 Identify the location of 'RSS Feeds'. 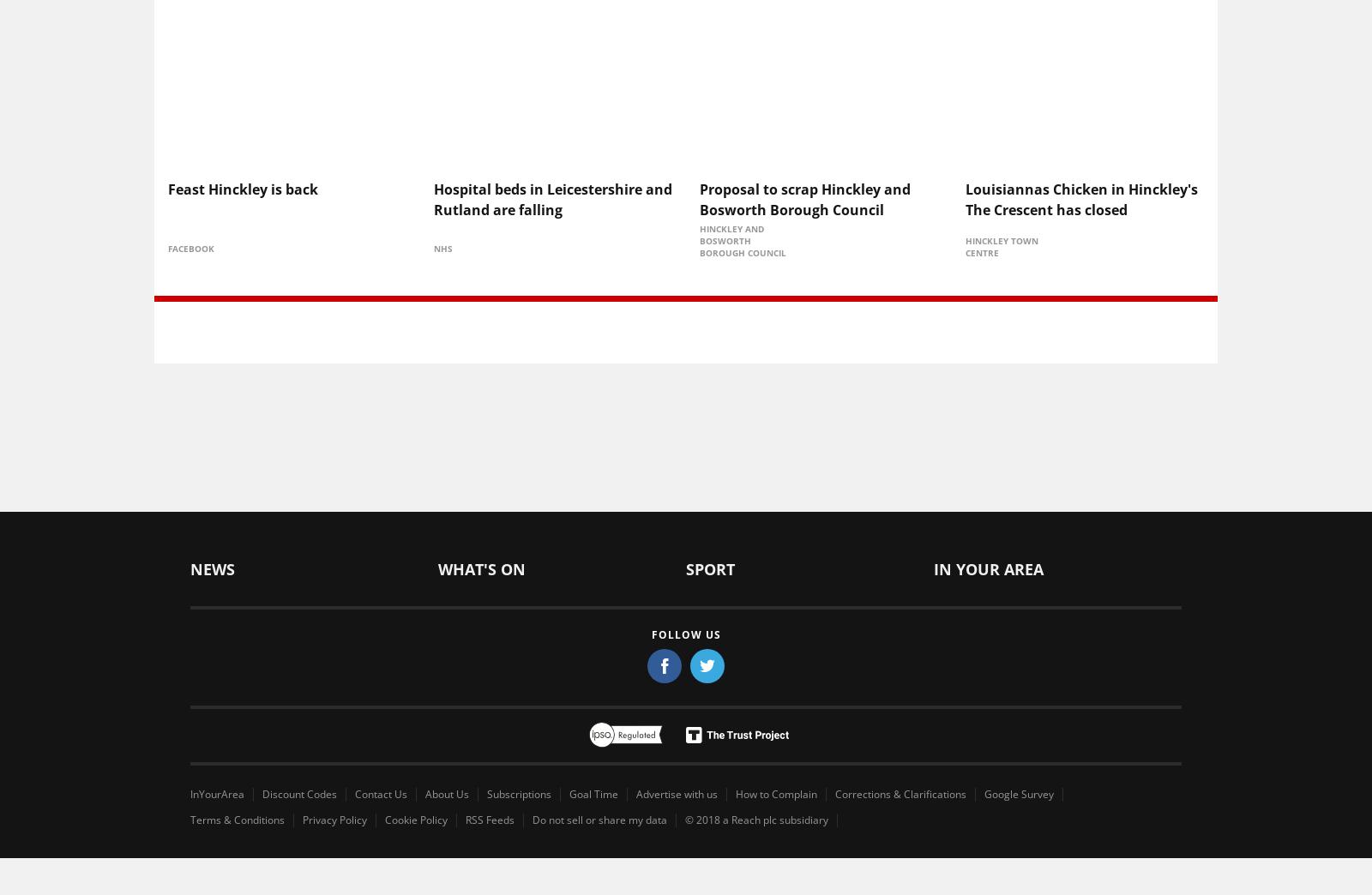
(489, 818).